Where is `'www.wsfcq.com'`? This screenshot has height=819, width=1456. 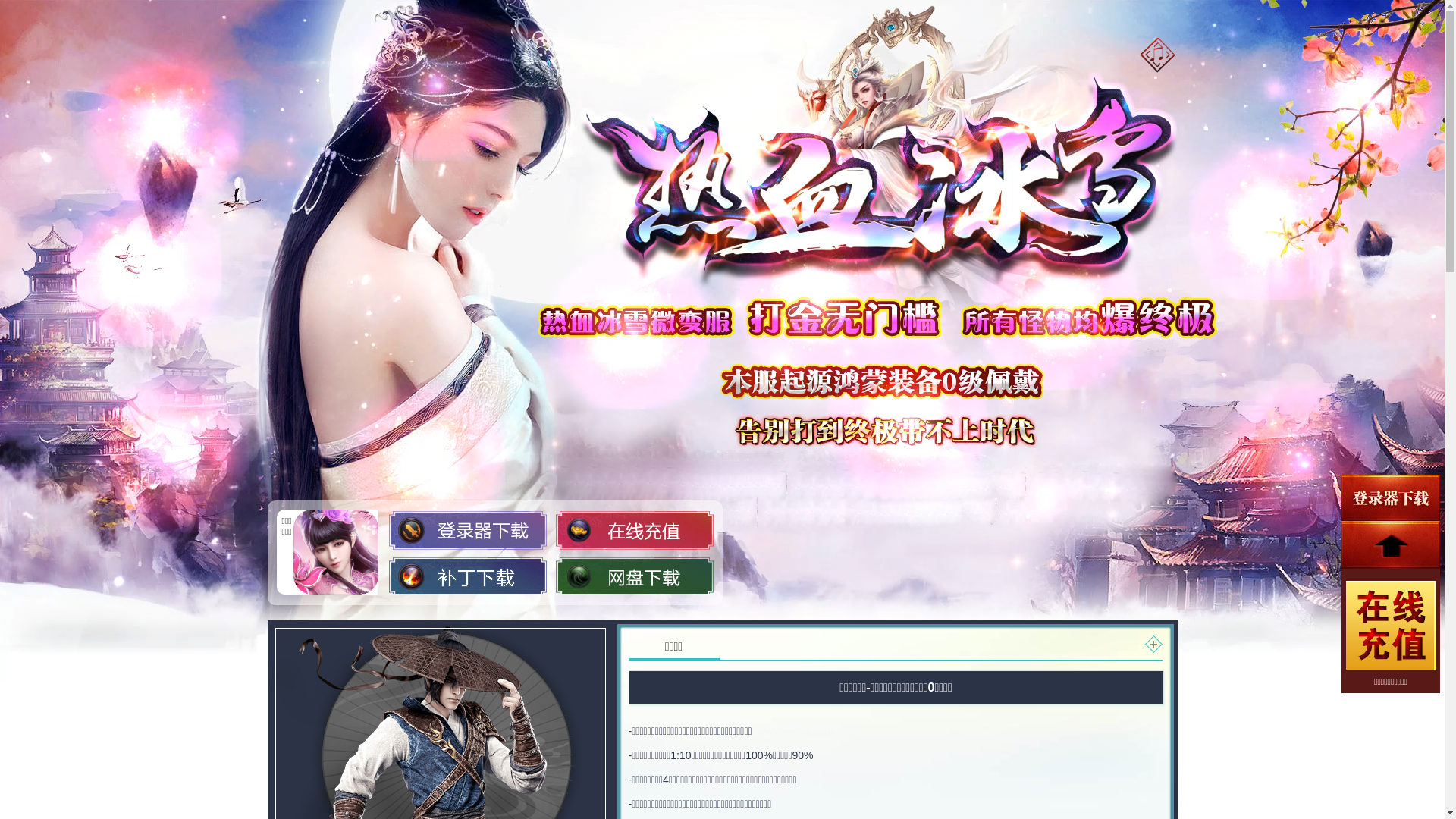 'www.wsfcq.com' is located at coordinates (795, 730).